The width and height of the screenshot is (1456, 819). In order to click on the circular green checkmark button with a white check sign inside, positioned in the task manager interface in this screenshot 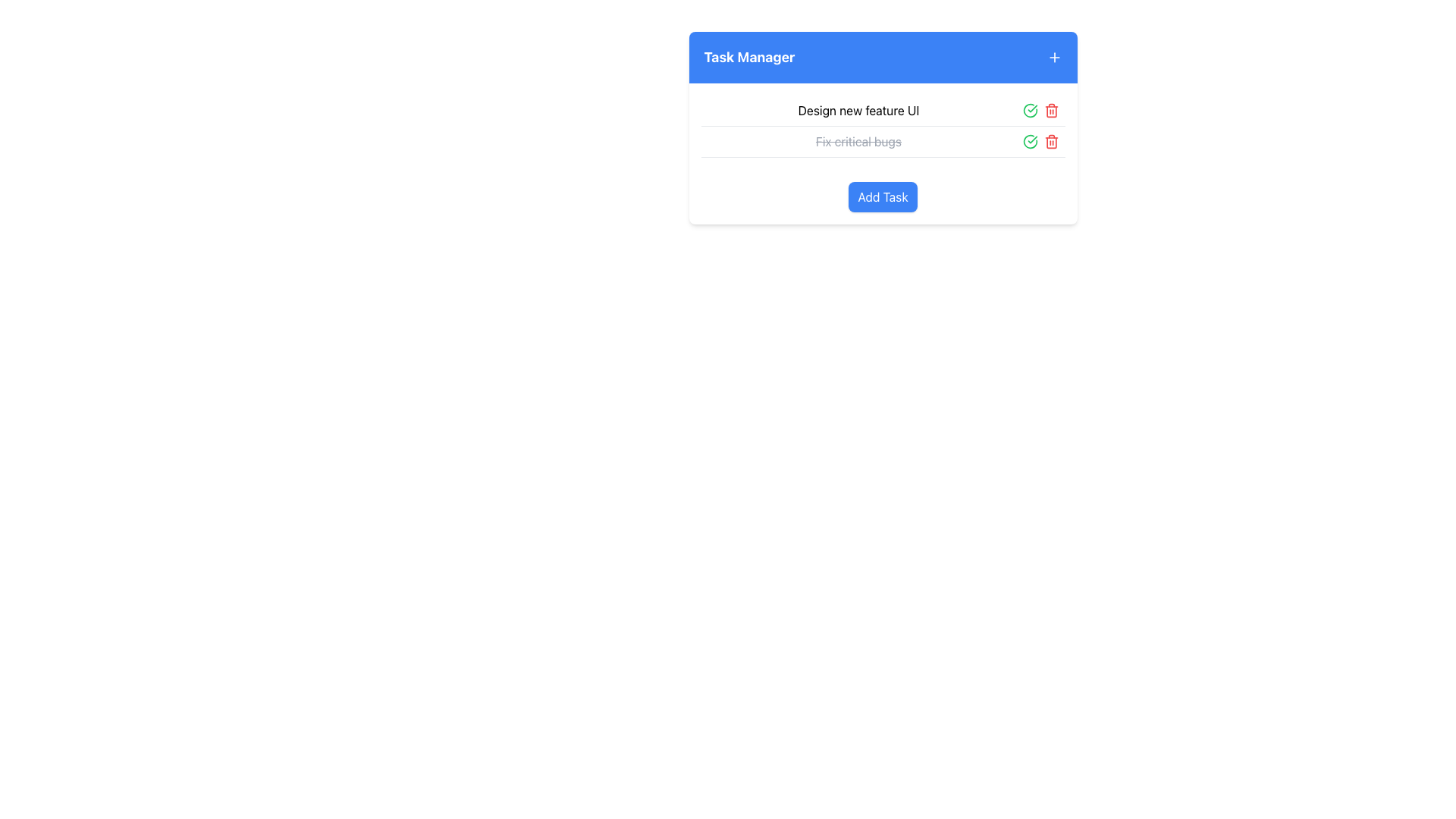, I will do `click(1030, 141)`.